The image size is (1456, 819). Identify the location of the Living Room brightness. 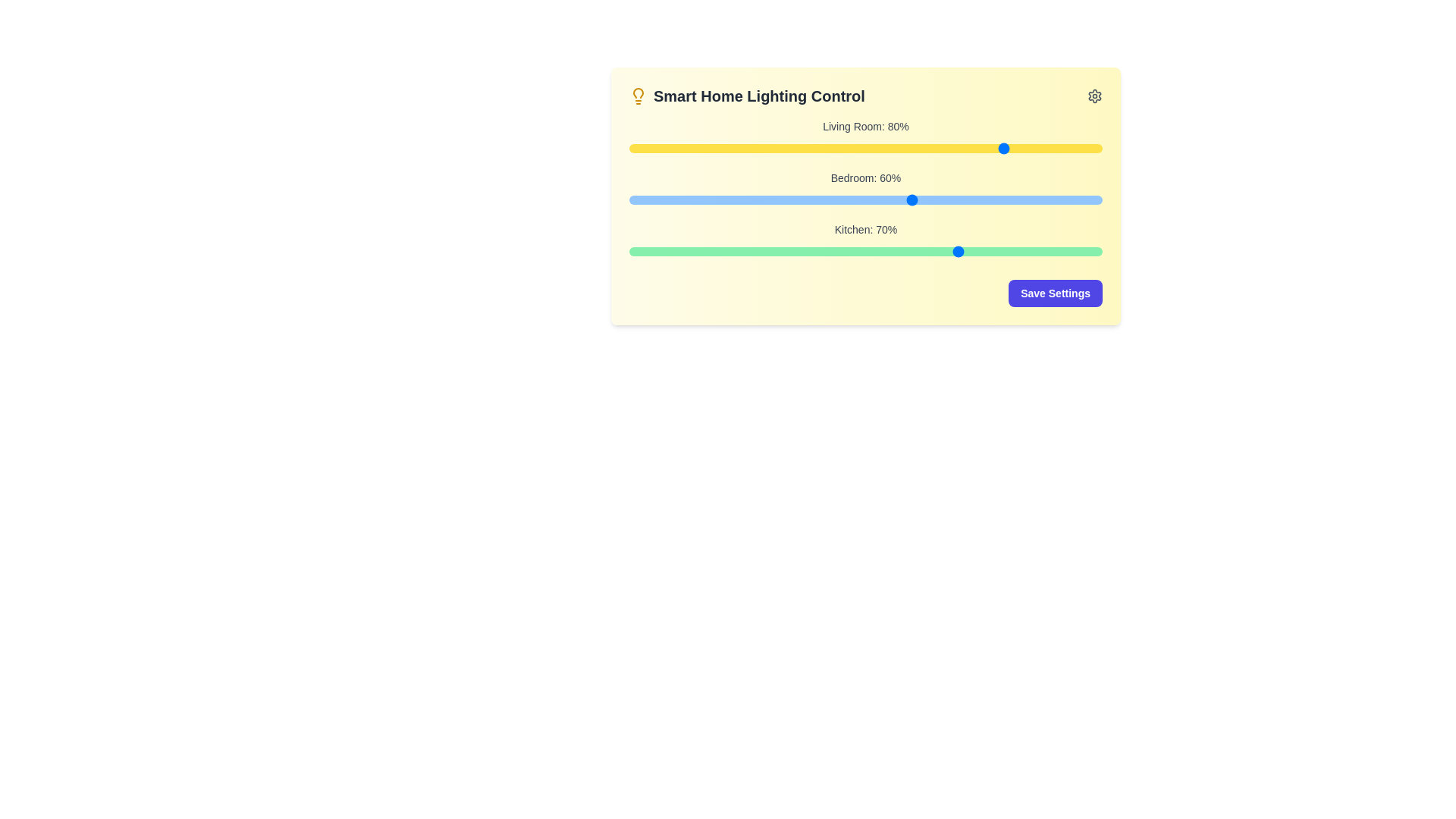
(841, 149).